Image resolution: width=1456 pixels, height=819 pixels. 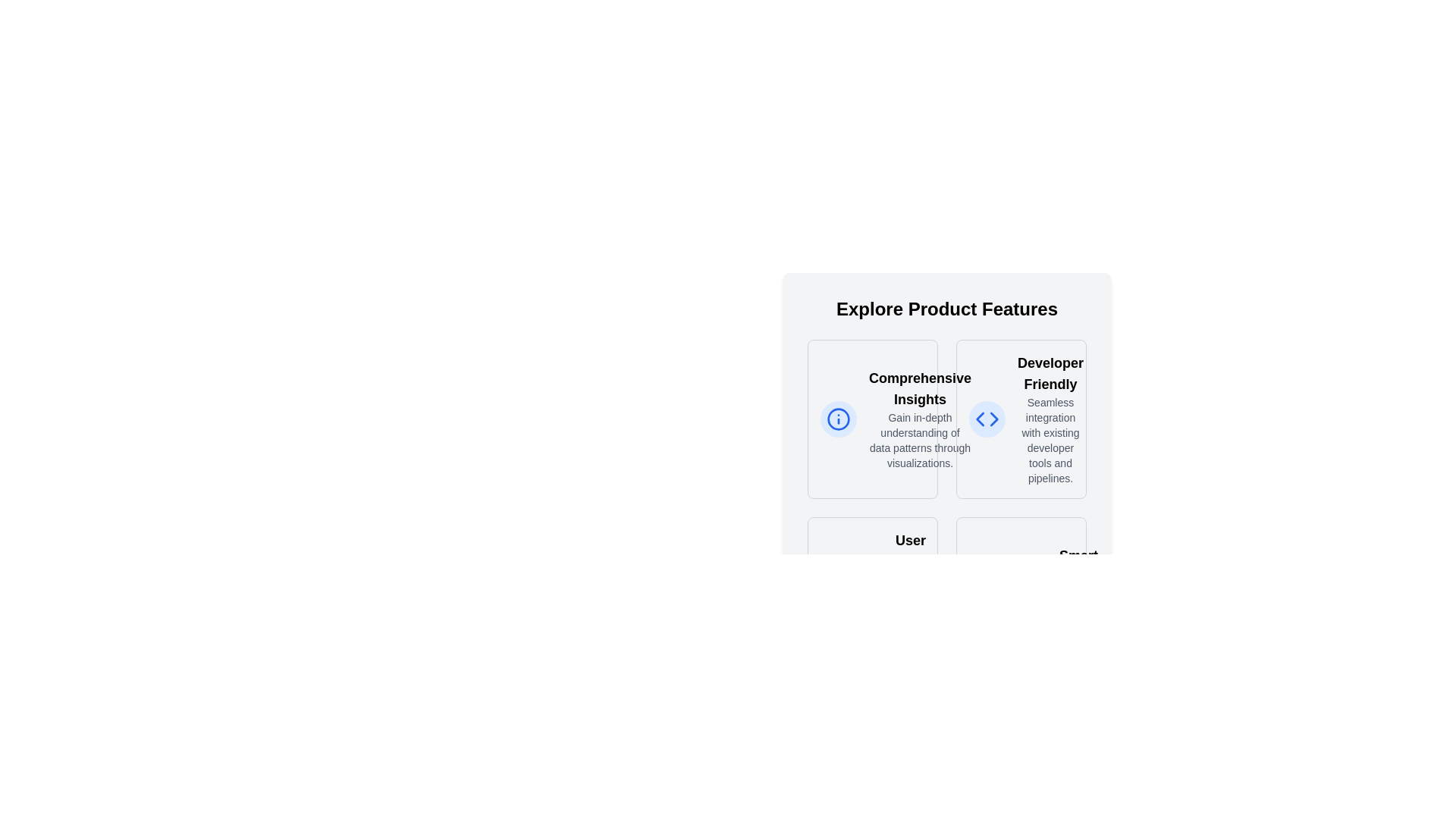 I want to click on the 'Comprehensive Insights' Informational Card located in the top left corner of the grid layout, so click(x=873, y=419).